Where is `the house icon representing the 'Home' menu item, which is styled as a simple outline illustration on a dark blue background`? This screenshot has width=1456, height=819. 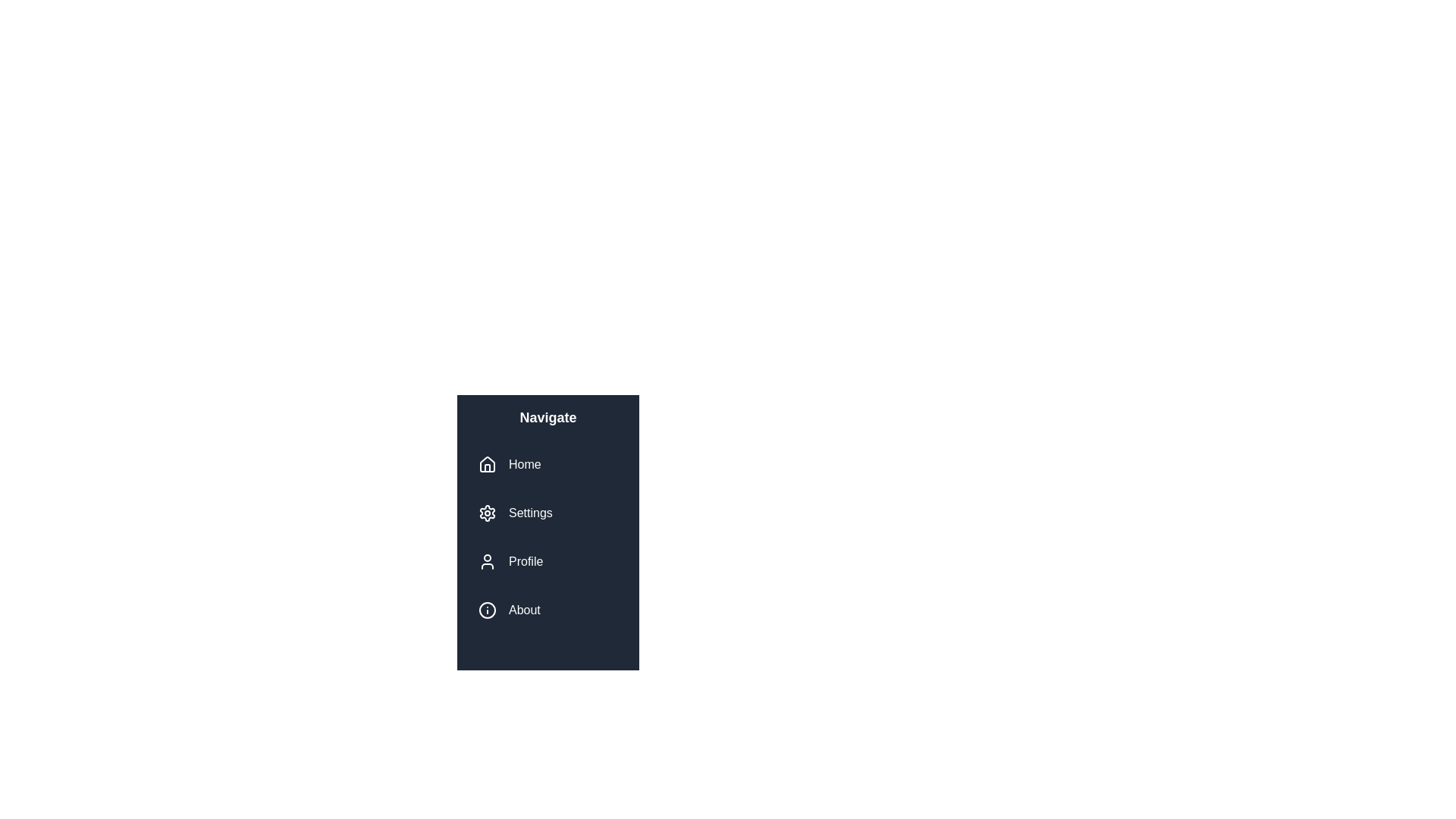 the house icon representing the 'Home' menu item, which is styled as a simple outline illustration on a dark blue background is located at coordinates (488, 464).